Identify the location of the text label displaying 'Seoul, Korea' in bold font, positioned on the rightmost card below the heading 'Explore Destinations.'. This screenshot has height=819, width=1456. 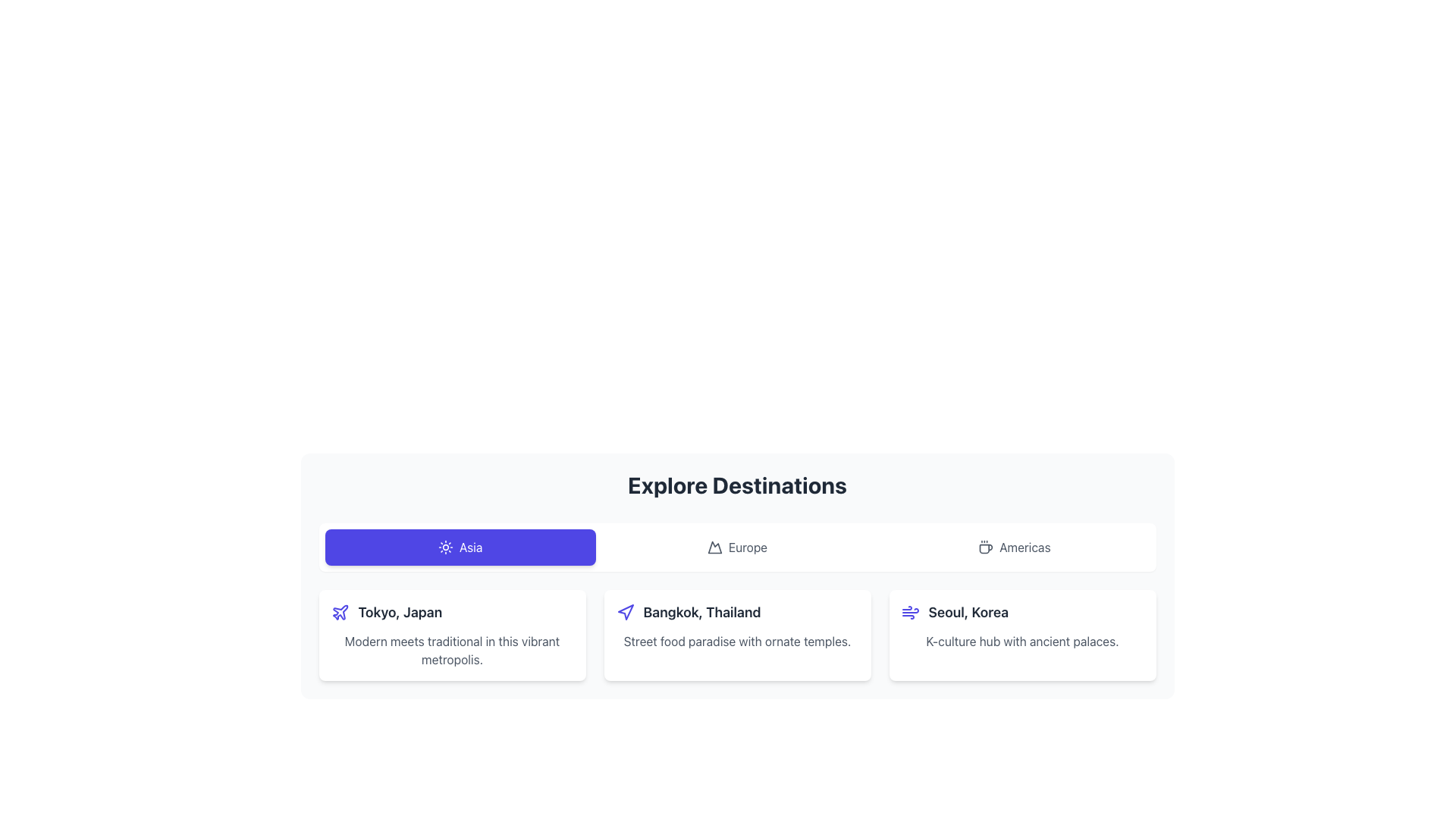
(968, 611).